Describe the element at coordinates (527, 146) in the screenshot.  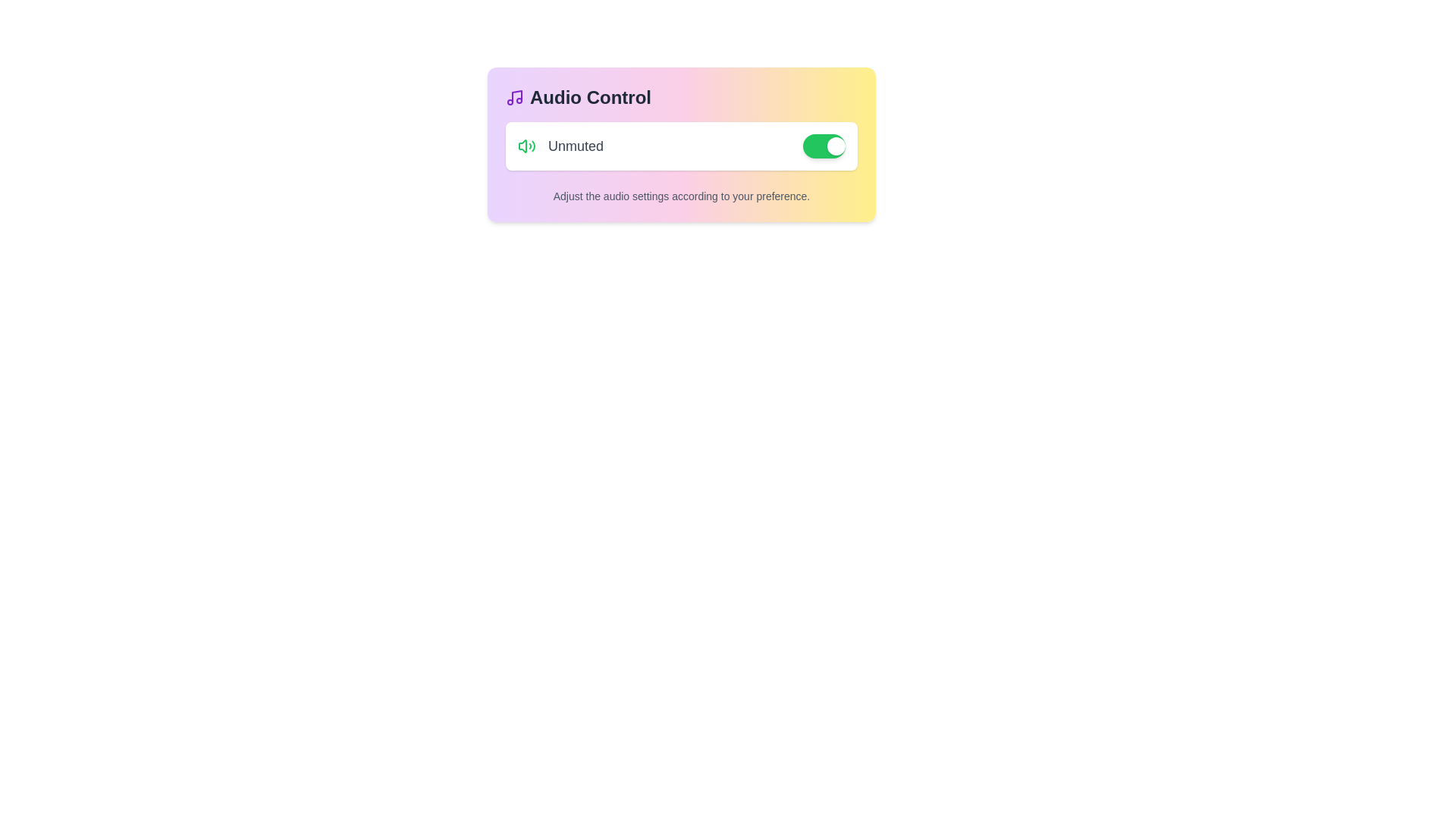
I see `the green speaker icon that represents the unmuted audio status, which is positioned to the left of the 'Unmuted' text label` at that location.